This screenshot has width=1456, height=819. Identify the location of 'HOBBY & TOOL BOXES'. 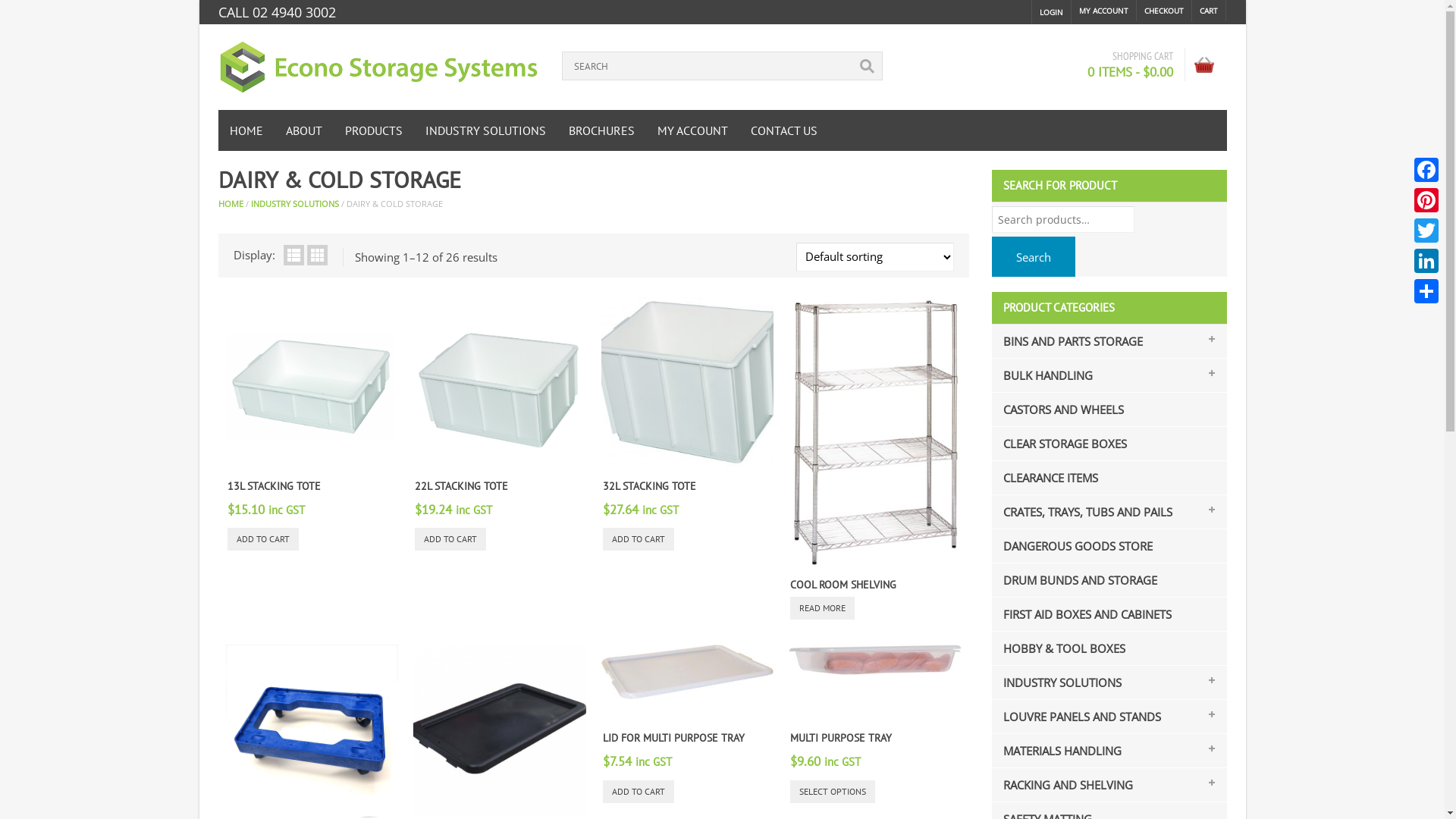
(1058, 648).